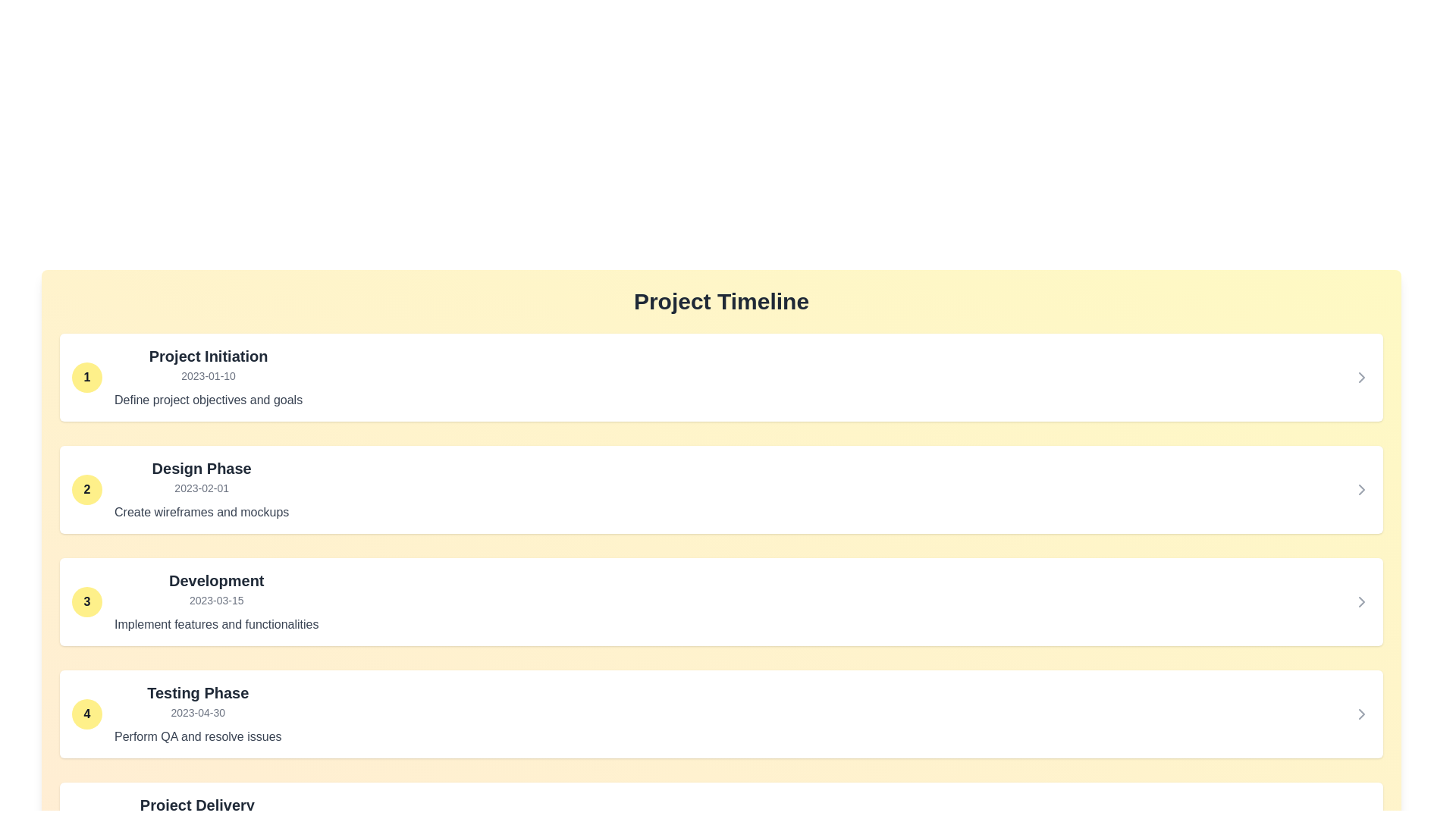 The height and width of the screenshot is (819, 1456). I want to click on the text label displaying 'Design Phase', which is styled in bold and larger font, located above the date '2023-02-01' within the section marked by a circular yellow icon with the numeral '2', so click(201, 467).